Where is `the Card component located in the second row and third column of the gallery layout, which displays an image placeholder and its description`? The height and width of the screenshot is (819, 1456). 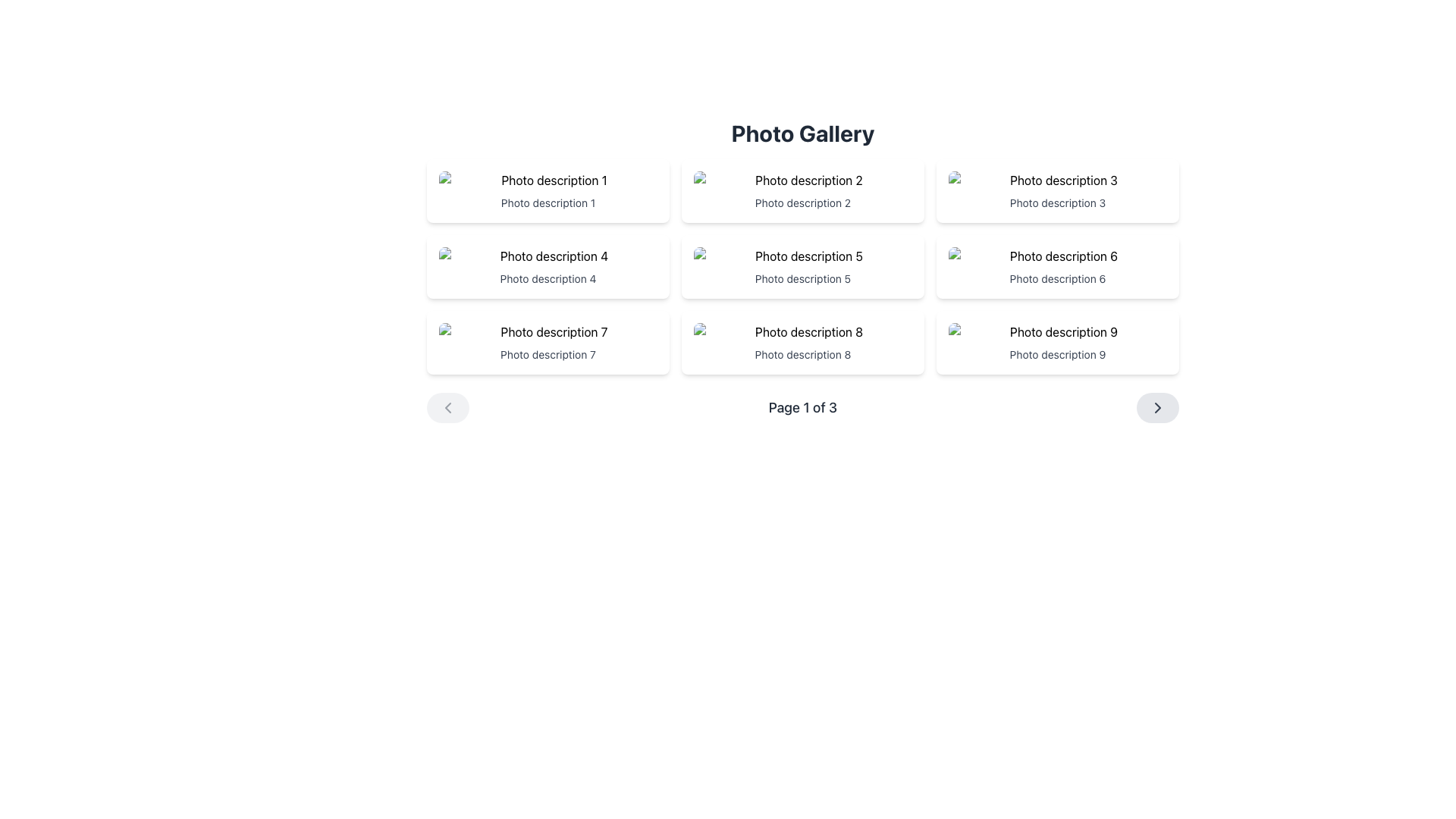
the Card component located in the second row and third column of the gallery layout, which displays an image placeholder and its description is located at coordinates (1057, 265).